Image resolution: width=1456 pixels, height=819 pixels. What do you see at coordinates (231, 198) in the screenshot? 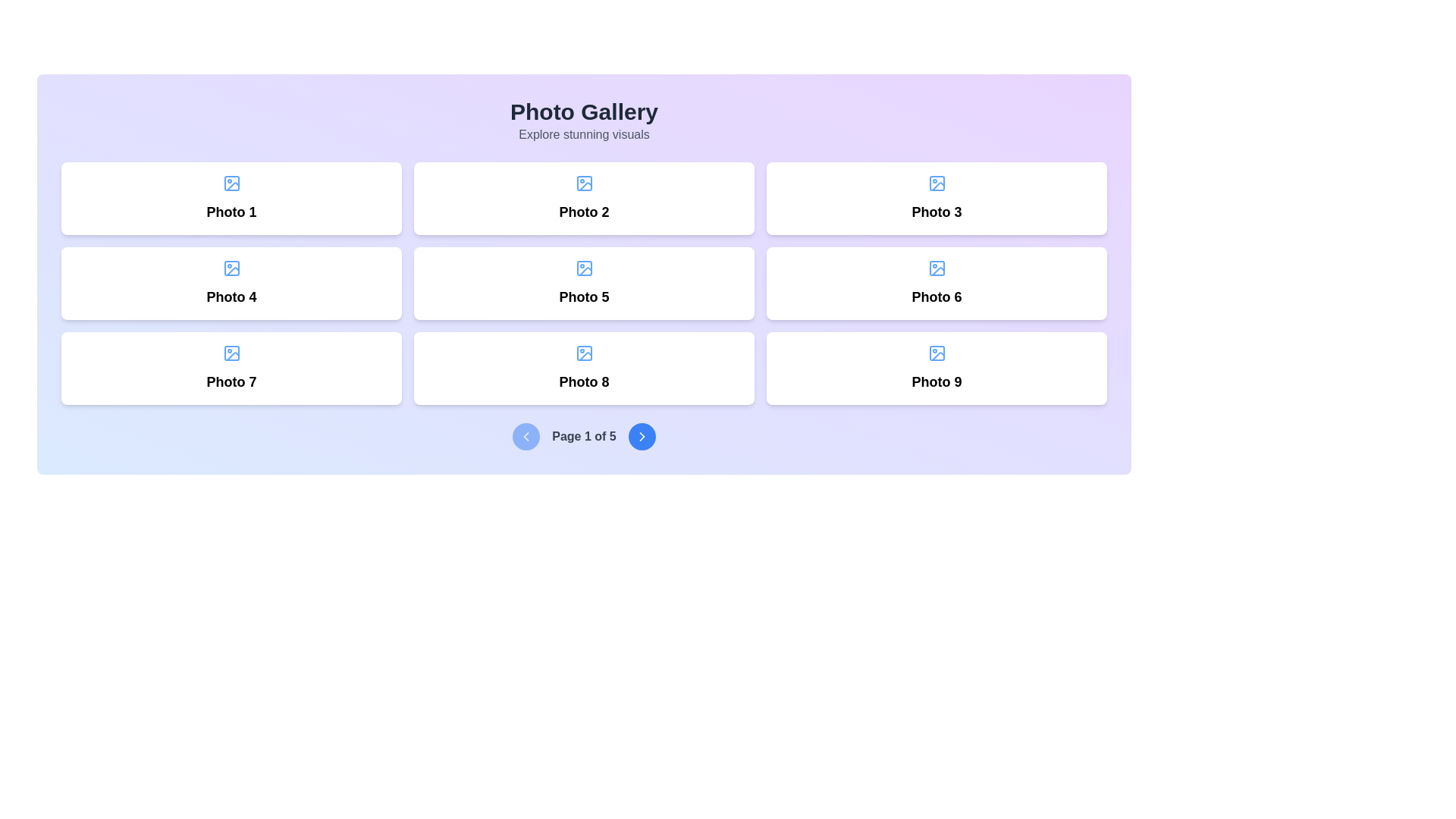
I see `to select the first interactive card in the top-left position of the 'Photo Gallery' layout associated with 'Photo 1'` at bounding box center [231, 198].